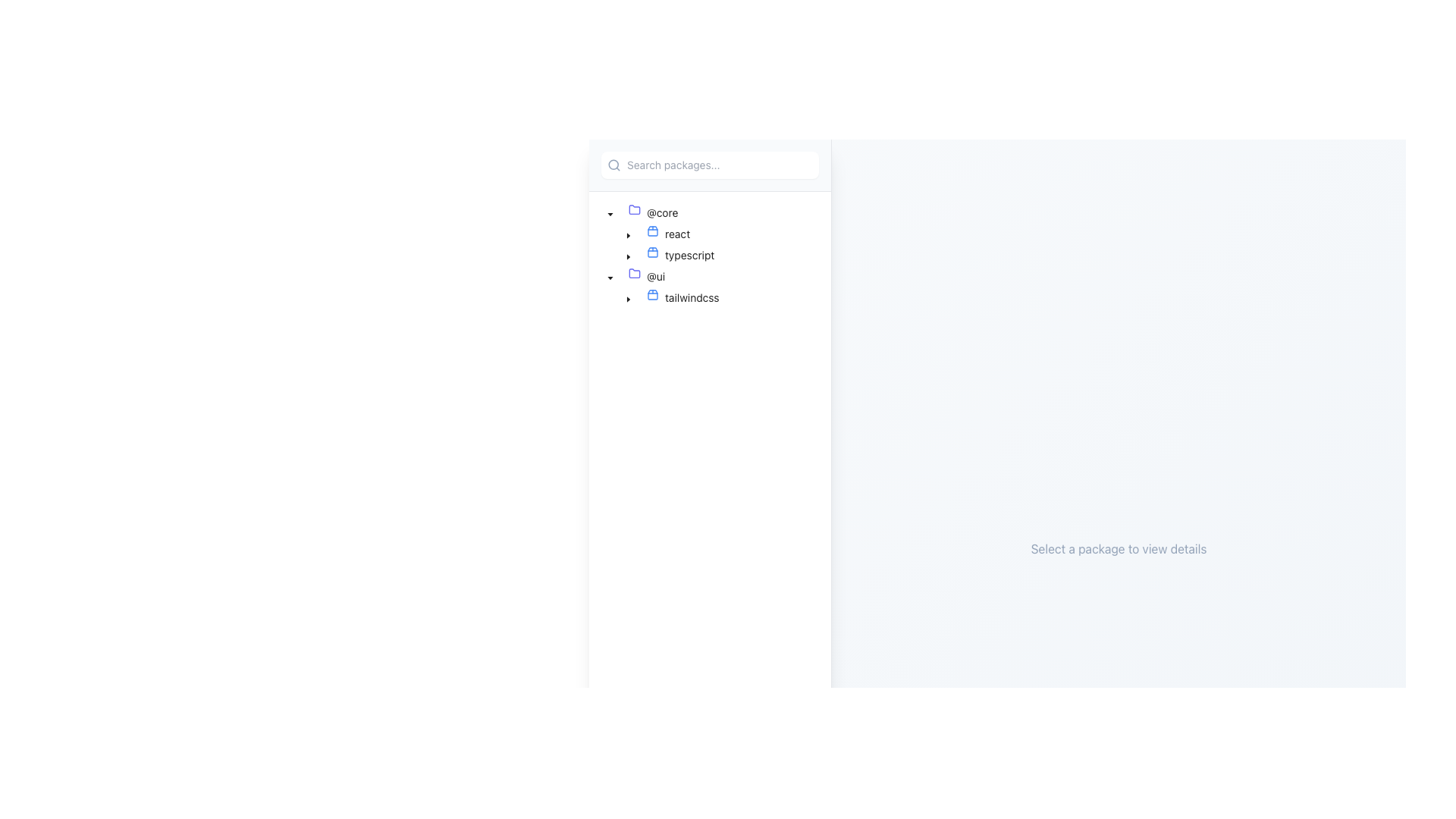 This screenshot has height=819, width=1456. Describe the element at coordinates (634, 209) in the screenshot. I see `the folder icon representation located in the '@core' package outline in the navigator panel, positioned at the upper segment of the collapsible folders` at that location.